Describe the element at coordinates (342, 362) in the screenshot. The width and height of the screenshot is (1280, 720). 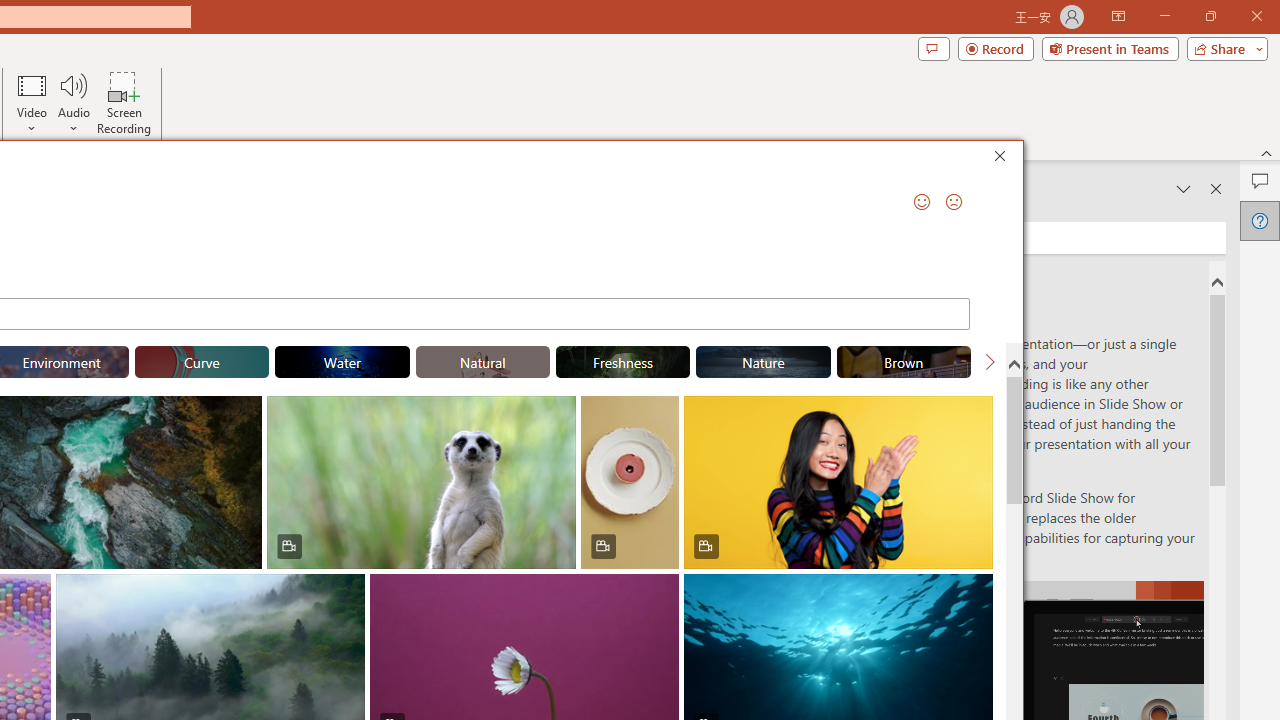
I see `'"Water" Stock Videos.'` at that location.